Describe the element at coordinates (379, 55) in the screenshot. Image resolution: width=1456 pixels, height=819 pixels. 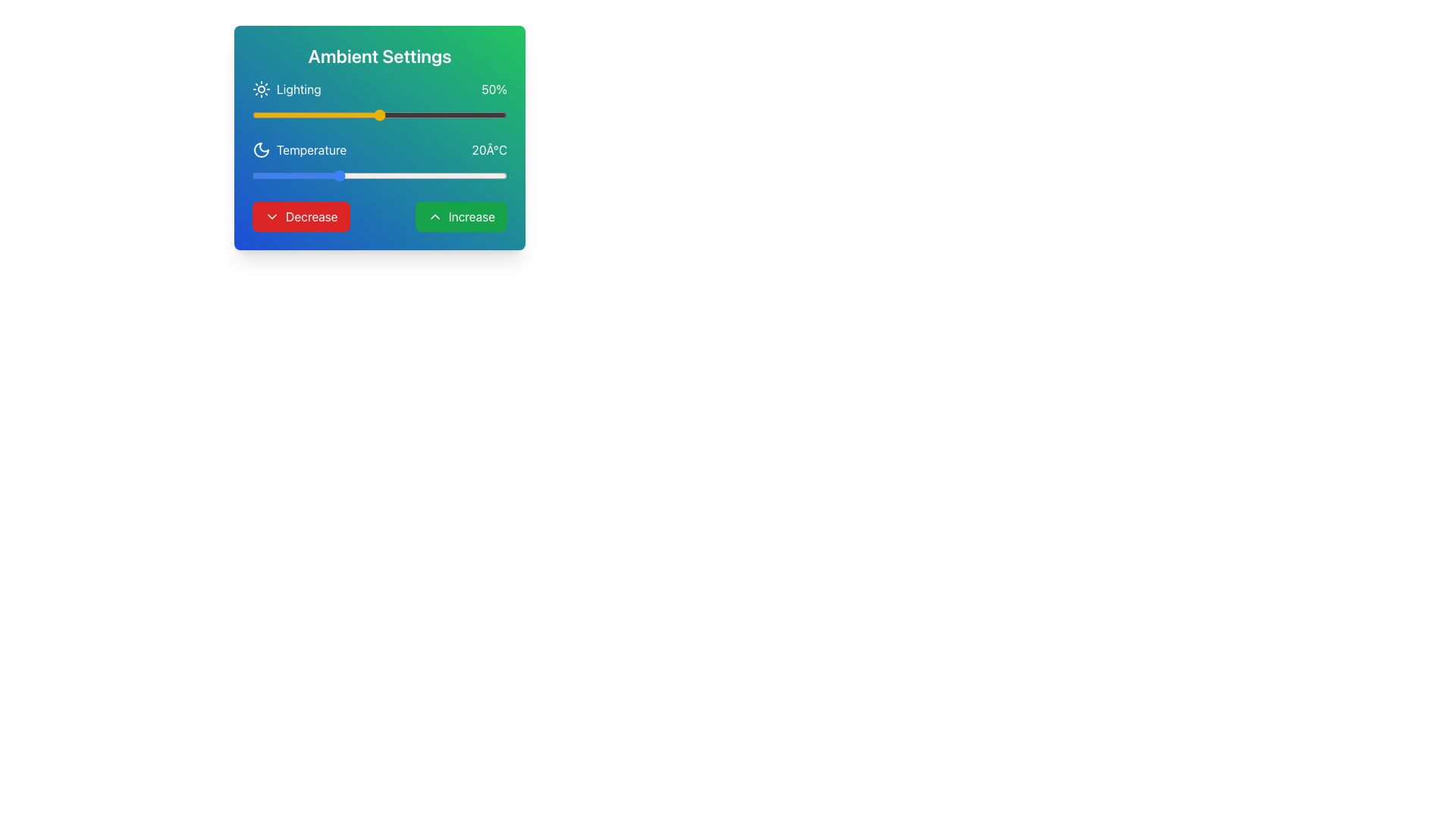
I see `the headline text element displaying 'Ambient Settings' which is located at the top of a rounded card with a gradient background` at that location.